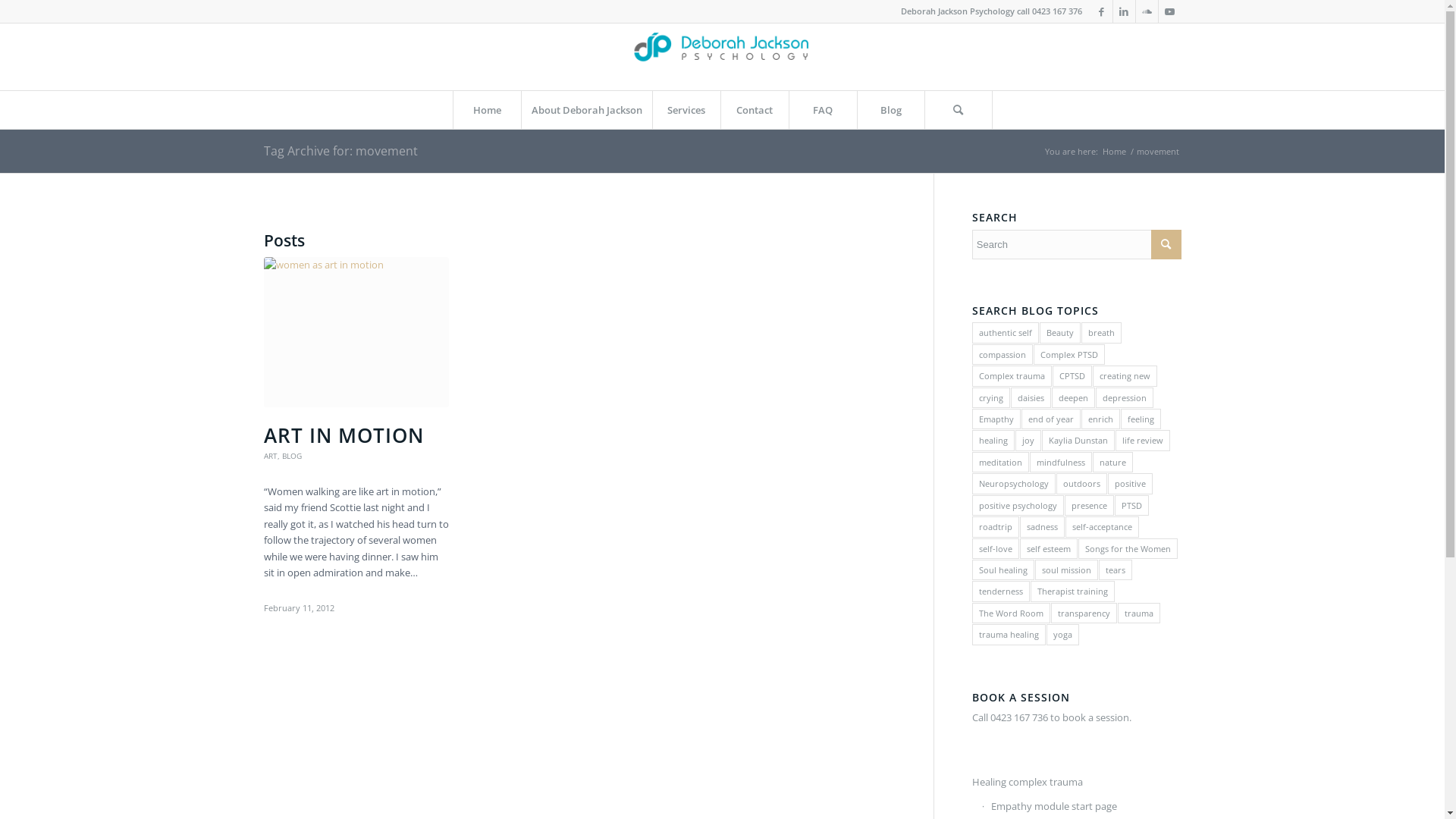 The width and height of the screenshot is (1456, 819). I want to click on 'About Deborah Jackson', so click(585, 109).